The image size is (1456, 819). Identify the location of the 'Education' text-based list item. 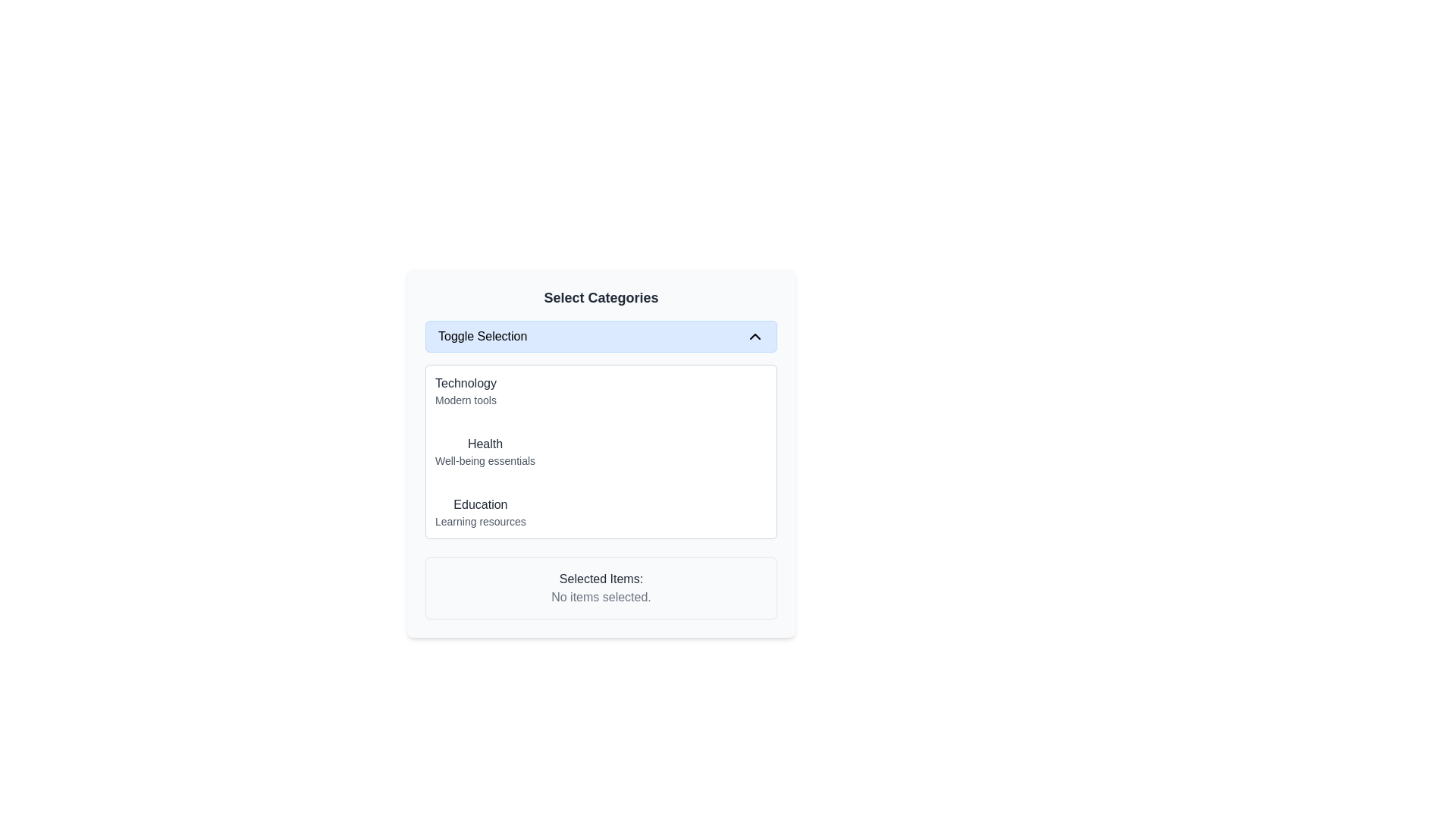
(479, 512).